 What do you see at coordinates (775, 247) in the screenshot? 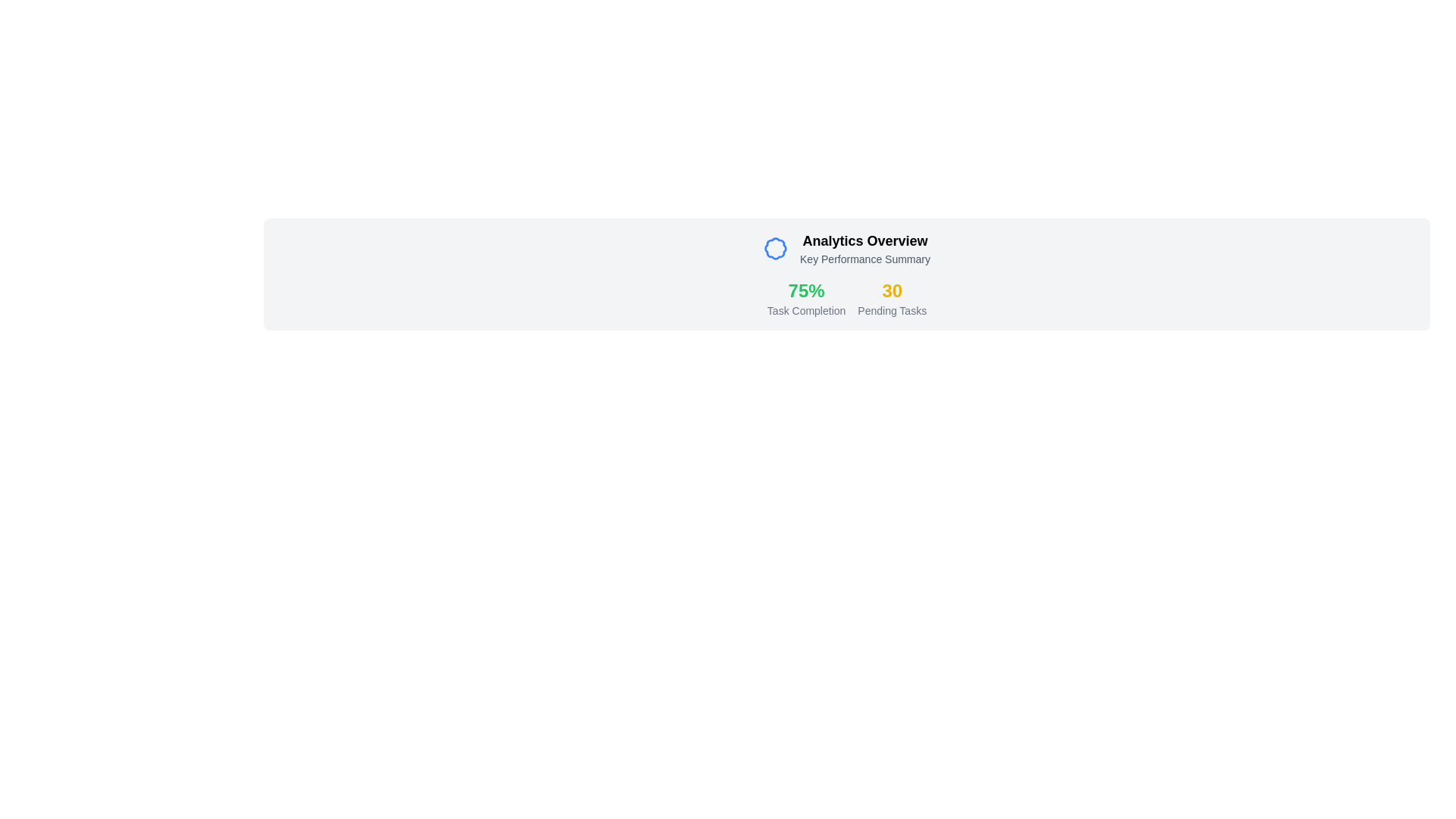
I see `the decorative icon for the analytics section, which is positioned to the far left of the 'Analytics Overview' title and above the 'Key Performance Summary' subtitle` at bounding box center [775, 247].